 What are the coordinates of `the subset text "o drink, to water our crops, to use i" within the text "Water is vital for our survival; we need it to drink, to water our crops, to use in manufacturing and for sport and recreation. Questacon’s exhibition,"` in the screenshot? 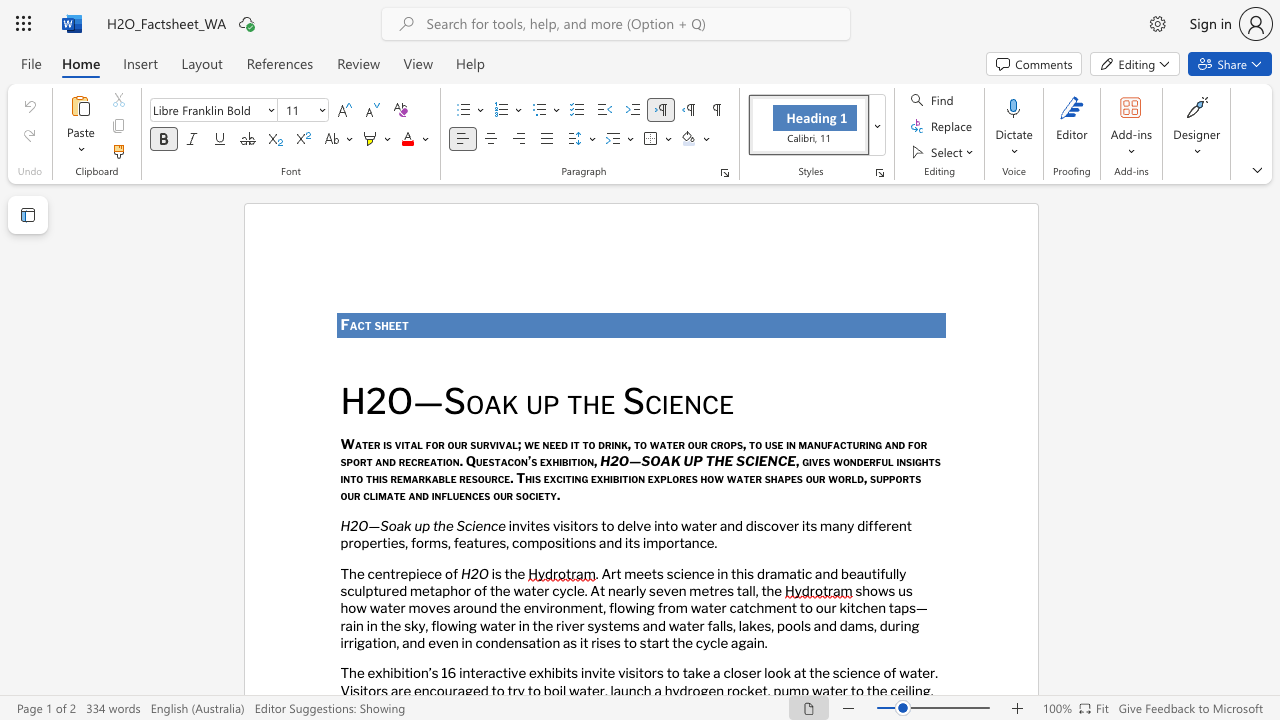 It's located at (587, 442).